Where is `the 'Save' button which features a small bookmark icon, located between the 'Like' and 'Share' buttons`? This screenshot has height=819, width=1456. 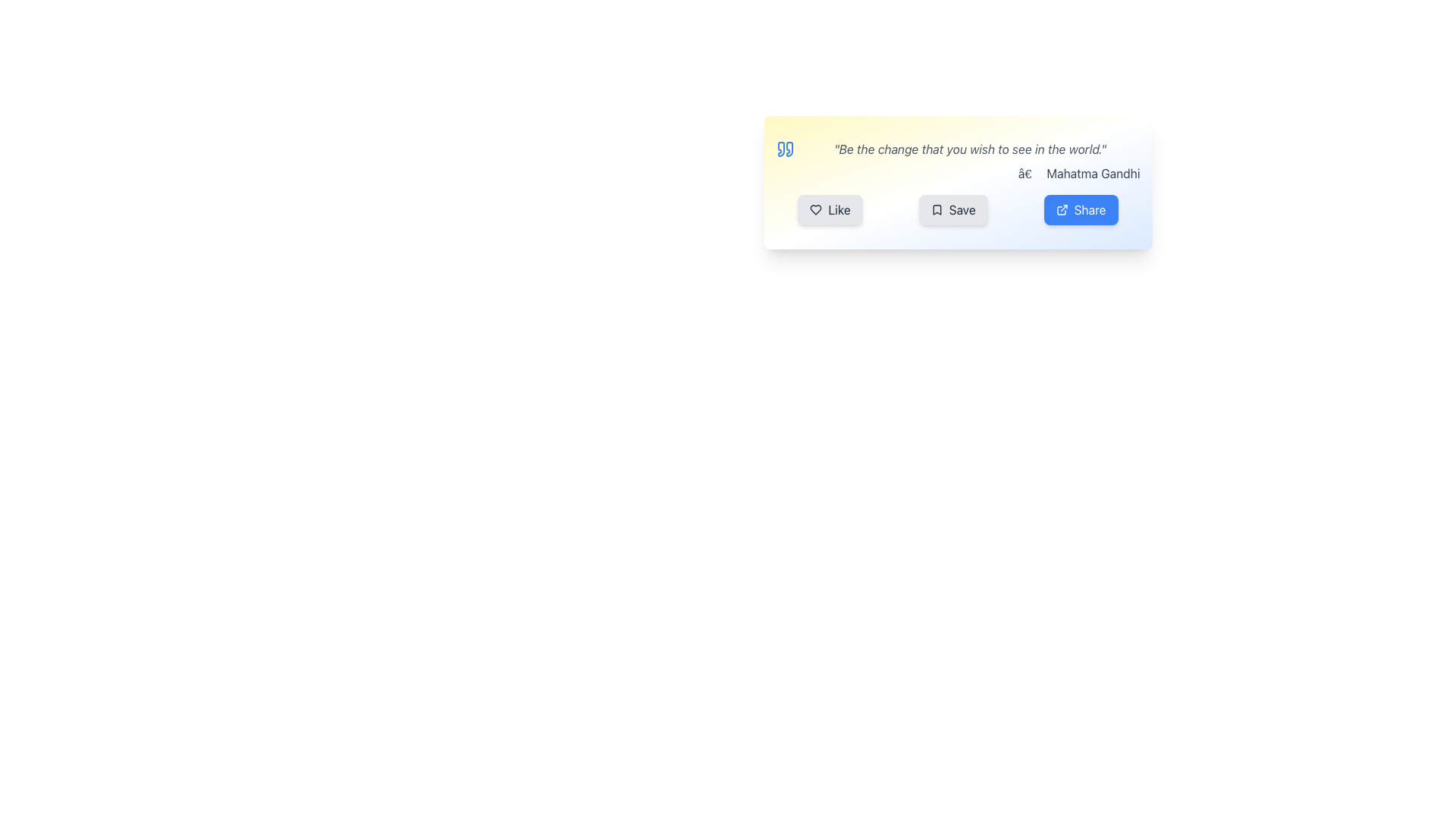 the 'Save' button which features a small bookmark icon, located between the 'Like' and 'Share' buttons is located at coordinates (936, 210).